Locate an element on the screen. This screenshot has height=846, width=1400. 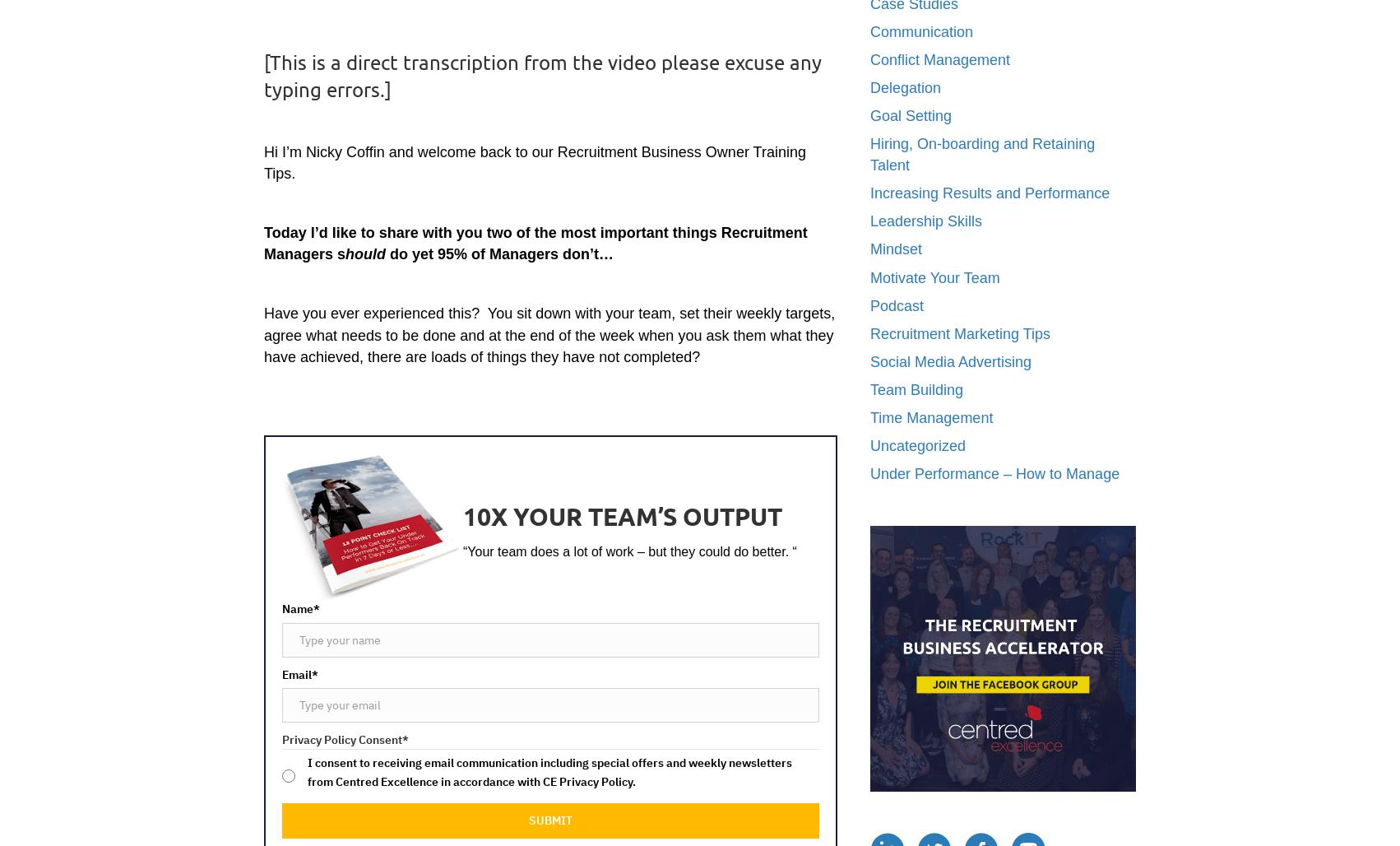
'Hi I’m Nicky Coffin and welcome back to our Recruitment Business Owner Training Tips.' is located at coordinates (534, 160).